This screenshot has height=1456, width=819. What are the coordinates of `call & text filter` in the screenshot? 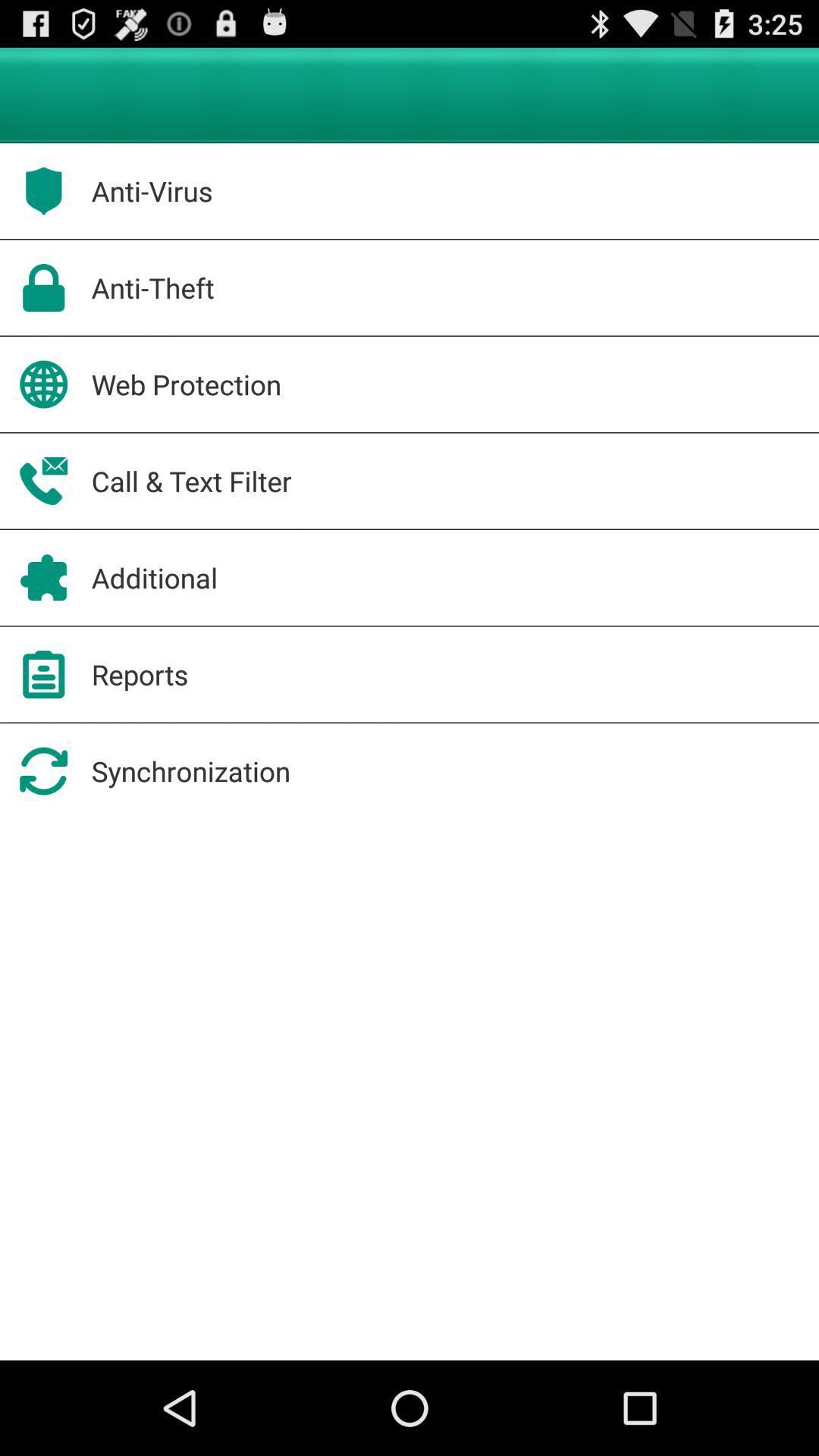 It's located at (190, 480).